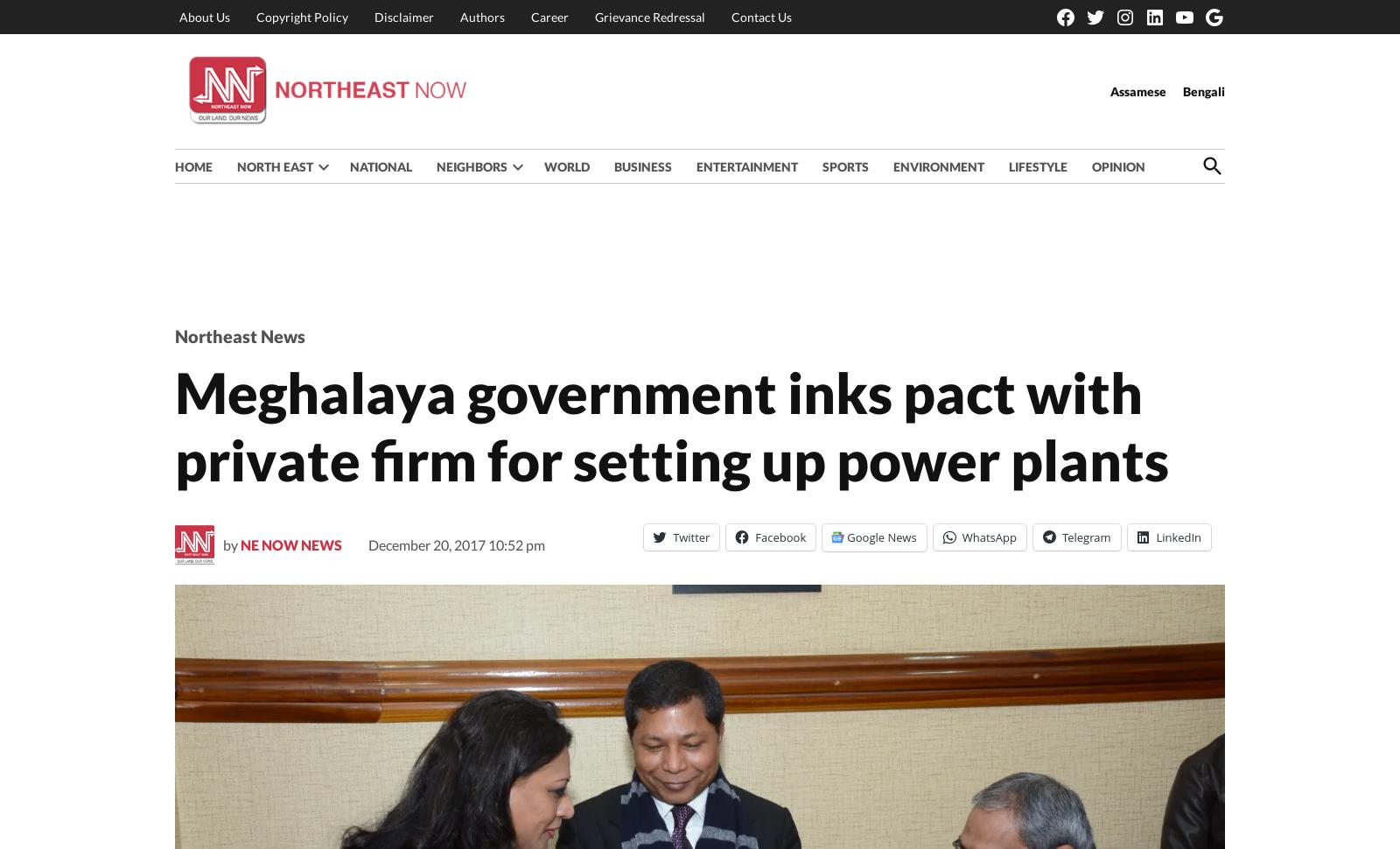 Image resolution: width=1400 pixels, height=849 pixels. What do you see at coordinates (275, 165) in the screenshot?
I see `'NORTH EAST'` at bounding box center [275, 165].